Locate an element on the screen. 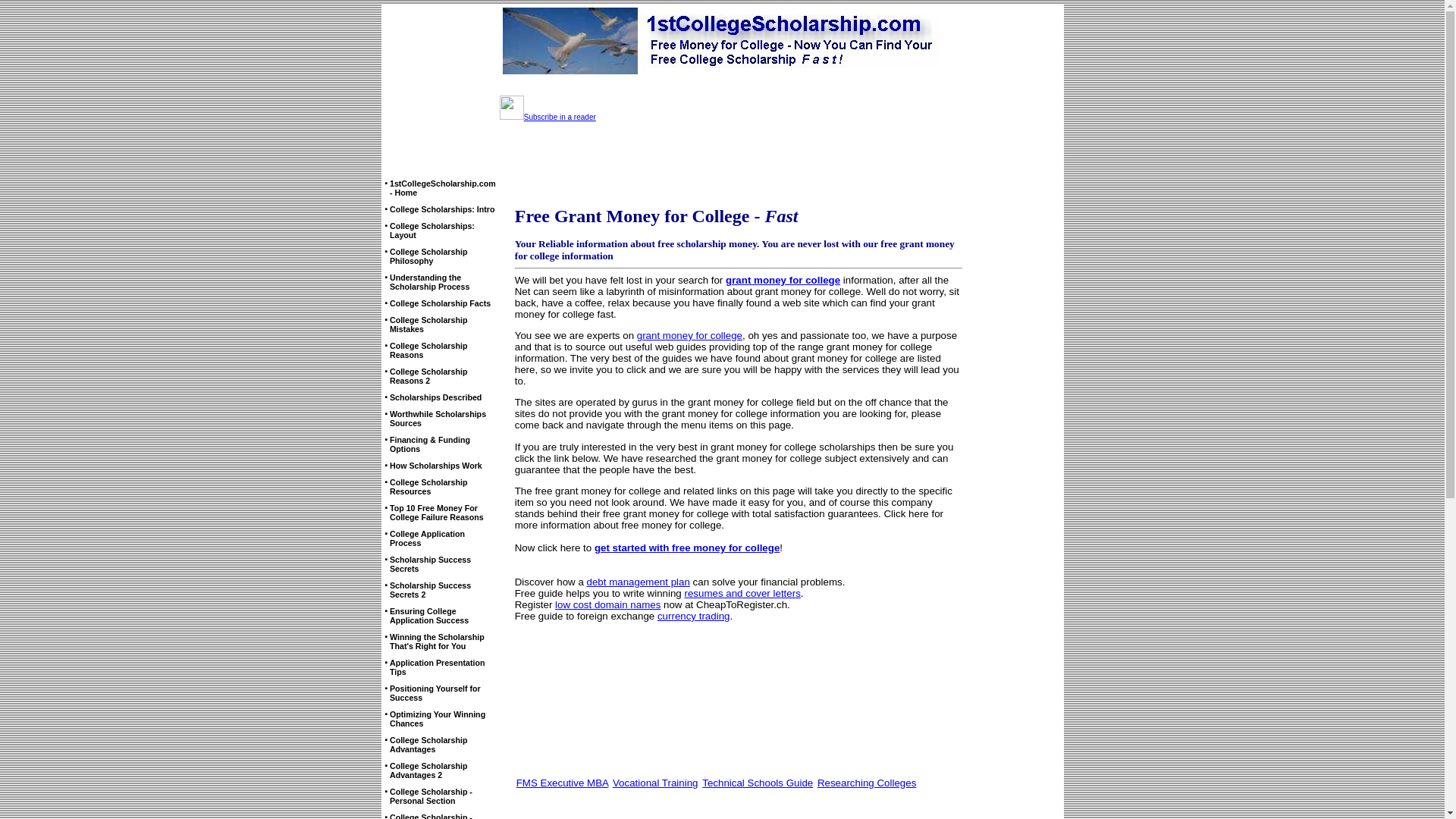 Image resolution: width=1456 pixels, height=819 pixels. 'Application Presentation Tips' is located at coordinates (436, 666).